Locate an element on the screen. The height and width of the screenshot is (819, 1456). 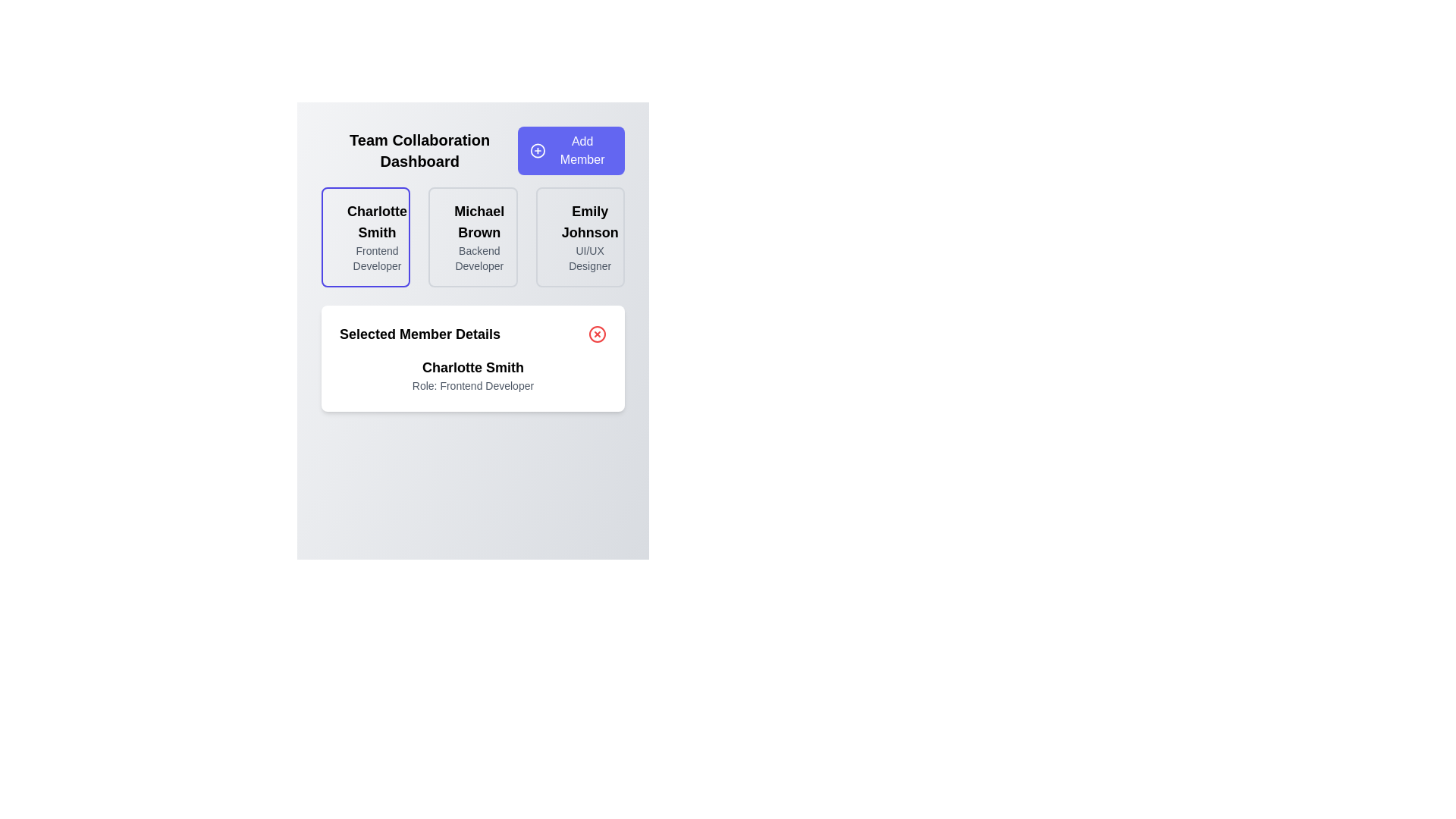
the 'Add Member' button, which has a blue background and a white '+' icon is located at coordinates (570, 151).